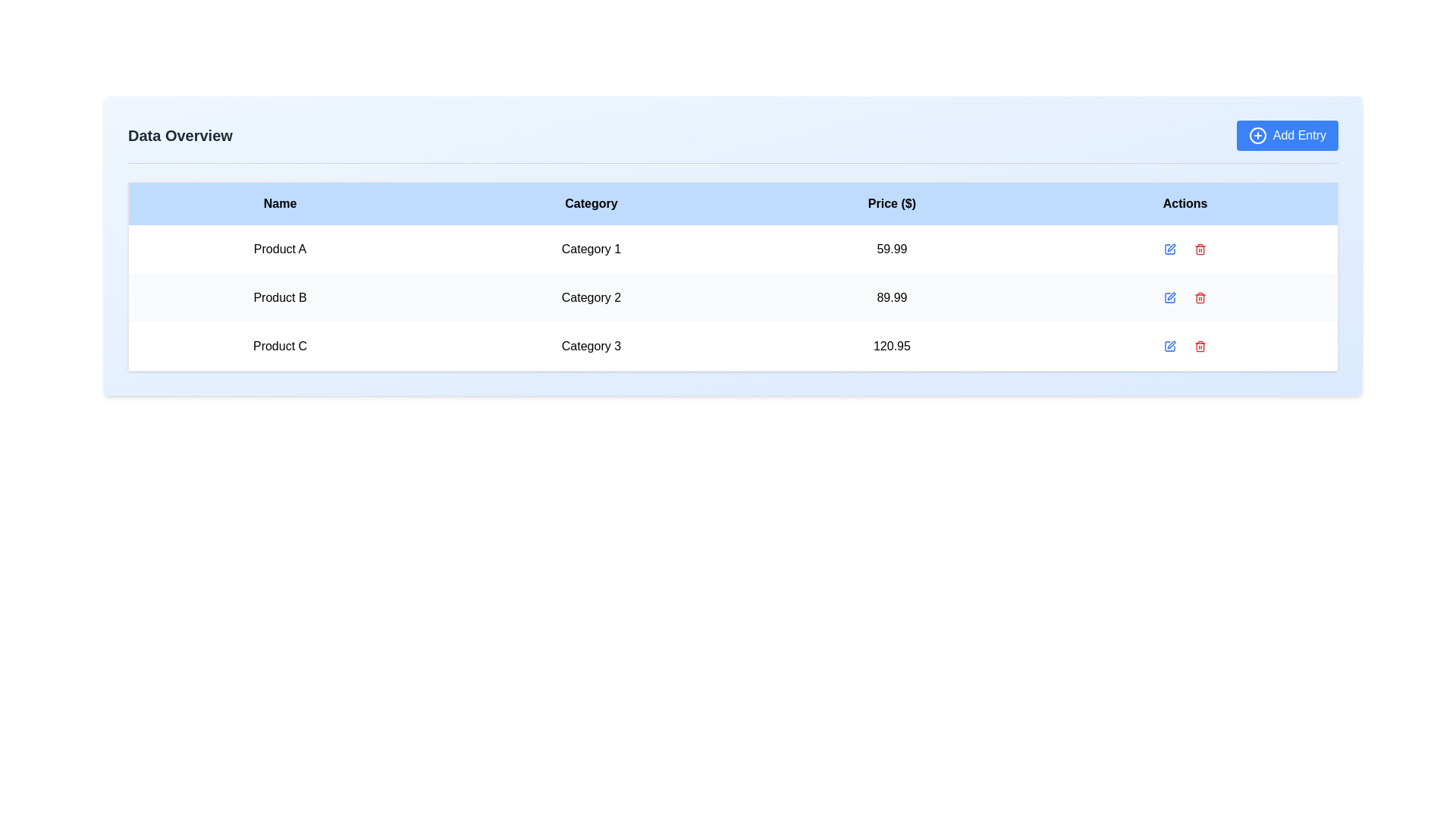  Describe the element at coordinates (1185, 202) in the screenshot. I see `the table header cell containing the text 'Actions', which is styled with a light blue background and centered bold black text, located in the 'Data Overview' section as the last header cell` at that location.